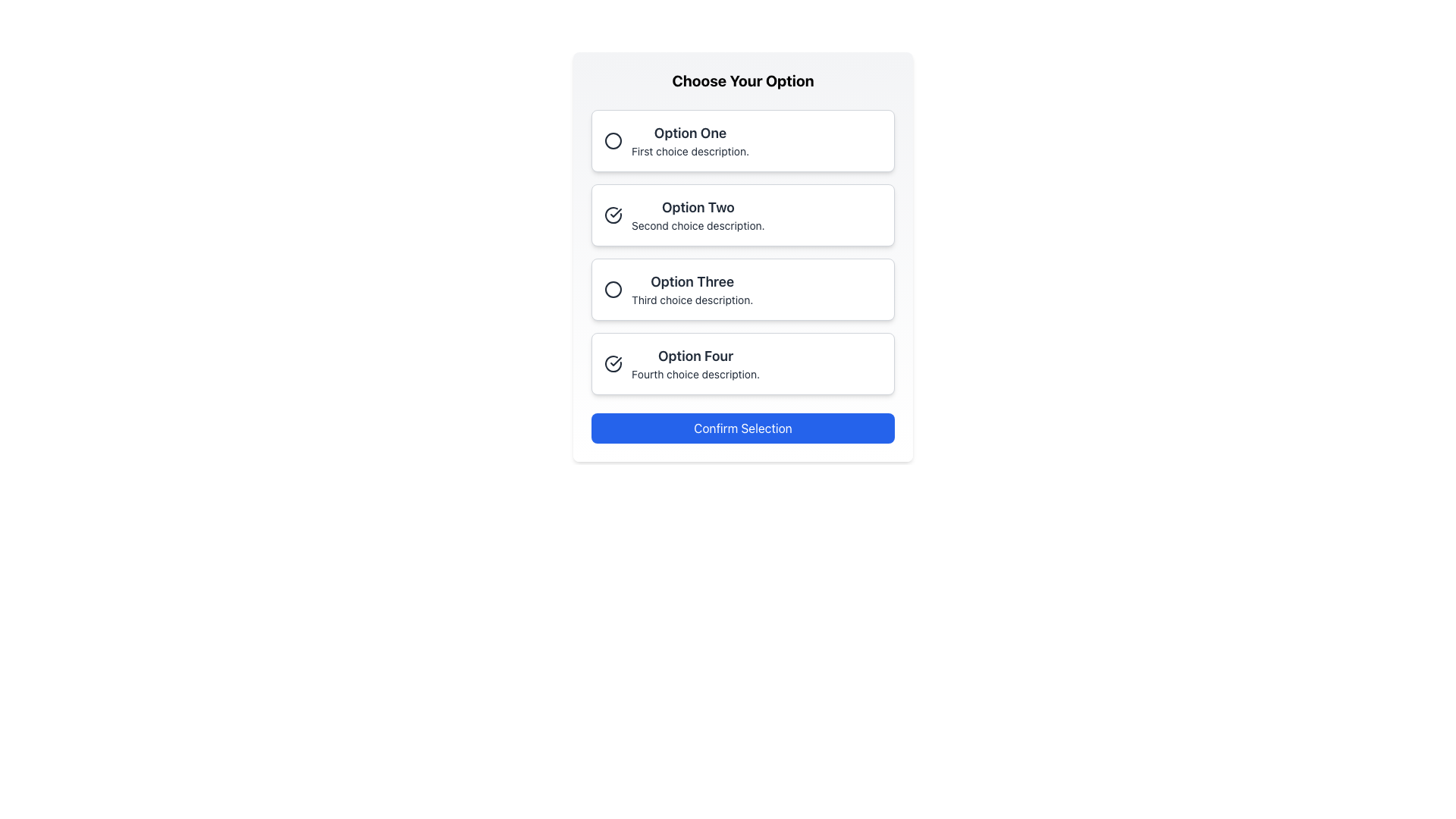 Image resolution: width=1456 pixels, height=819 pixels. What do you see at coordinates (742, 363) in the screenshot?
I see `the selectable option box labeled 'Option Four'` at bounding box center [742, 363].